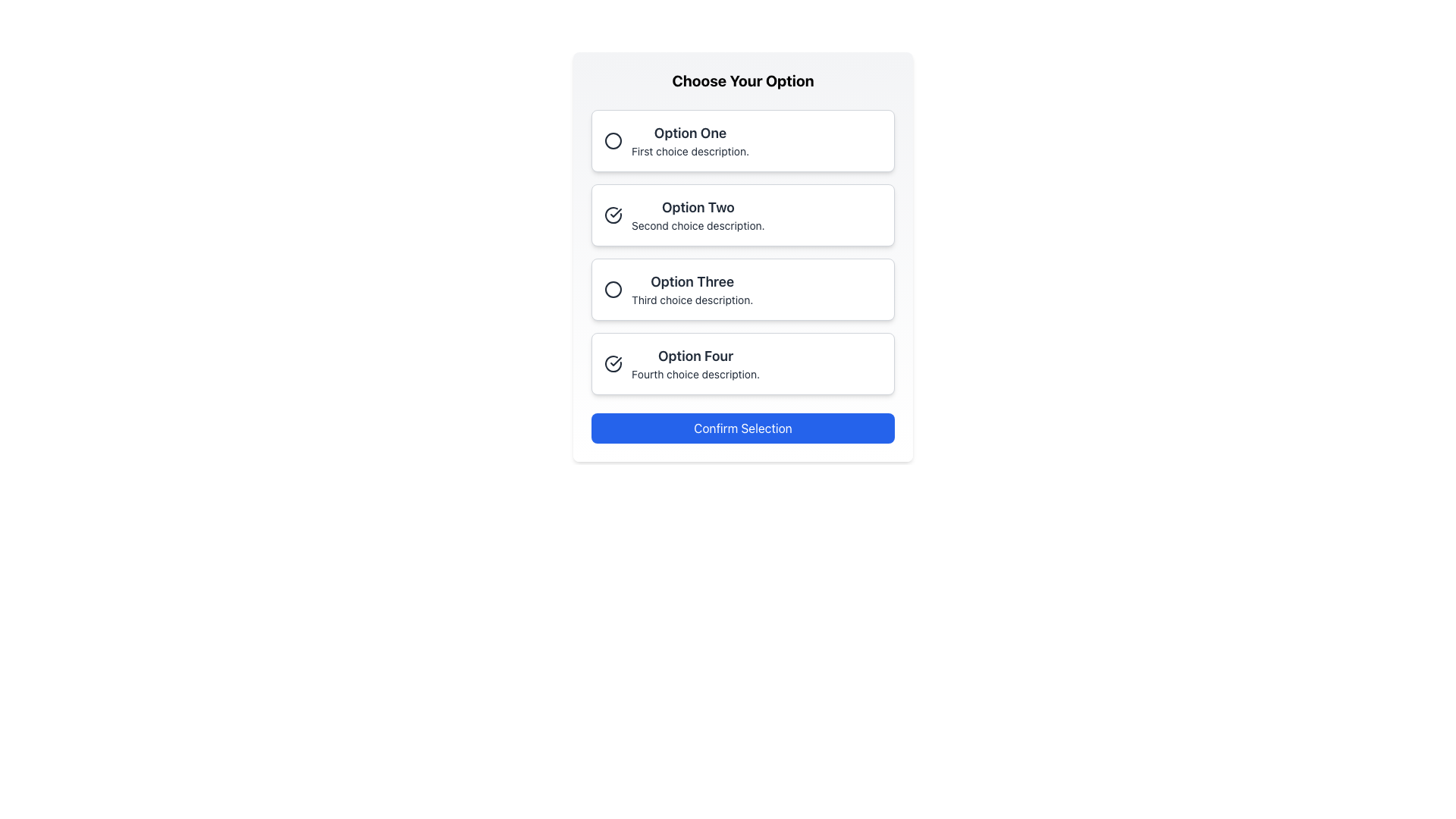 Image resolution: width=1456 pixels, height=819 pixels. What do you see at coordinates (742, 363) in the screenshot?
I see `the selectable option box labeled 'Option Four'` at bounding box center [742, 363].